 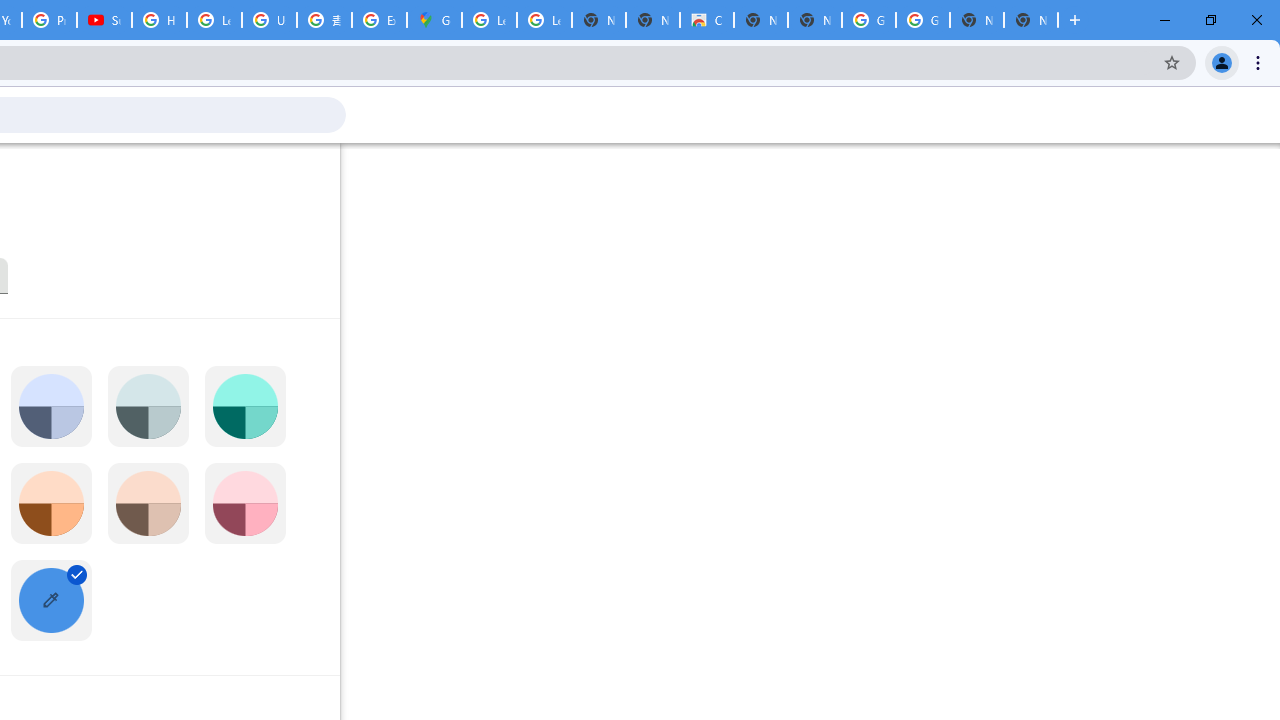 What do you see at coordinates (869, 20) in the screenshot?
I see `'Google Images'` at bounding box center [869, 20].